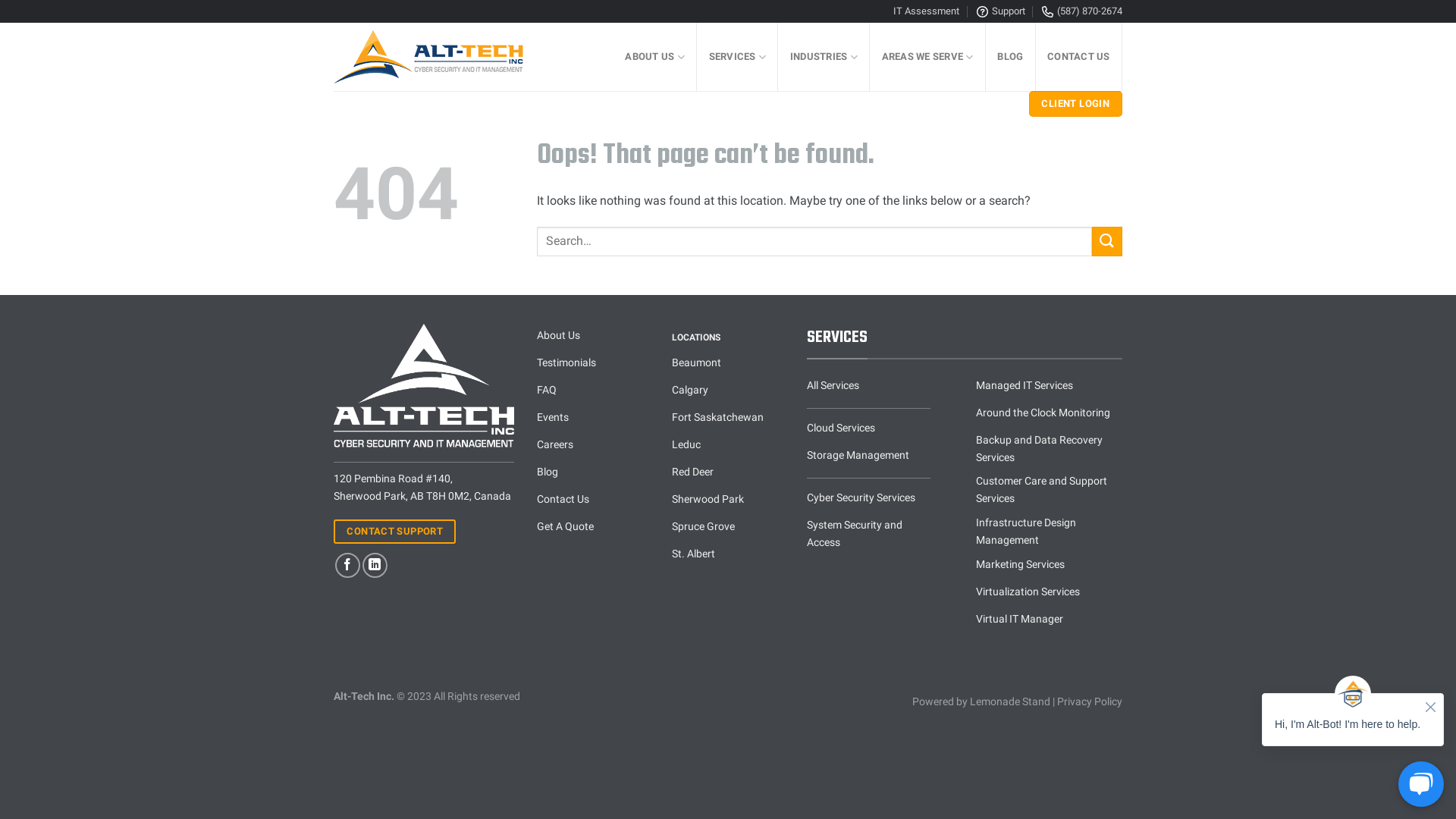  I want to click on 'CLIENT LOGIN', so click(1075, 103).